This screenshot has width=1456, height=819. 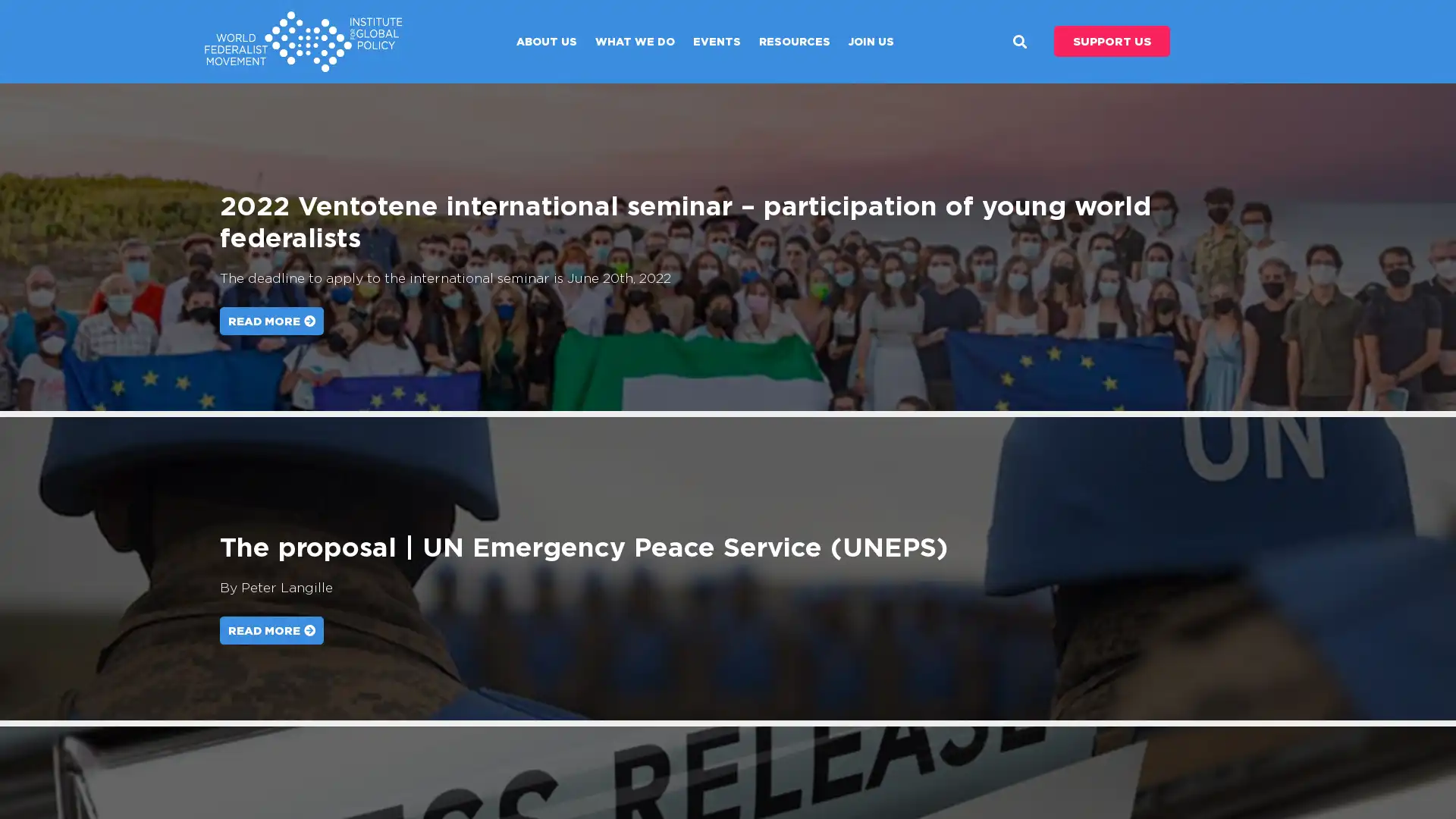 What do you see at coordinates (1112, 40) in the screenshot?
I see `SUPPORT US` at bounding box center [1112, 40].